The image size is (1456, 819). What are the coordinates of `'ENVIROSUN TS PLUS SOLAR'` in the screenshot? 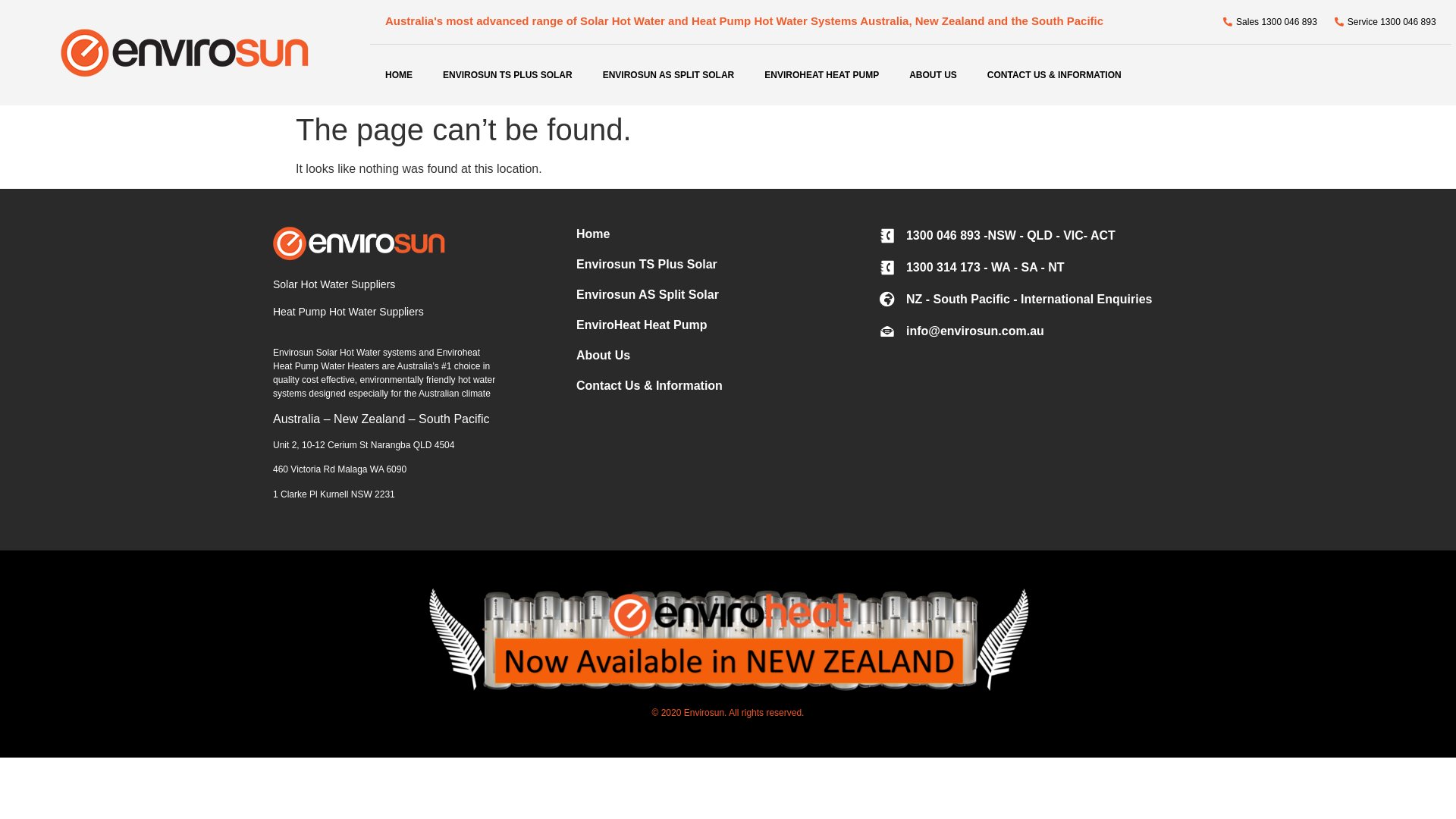 It's located at (507, 75).